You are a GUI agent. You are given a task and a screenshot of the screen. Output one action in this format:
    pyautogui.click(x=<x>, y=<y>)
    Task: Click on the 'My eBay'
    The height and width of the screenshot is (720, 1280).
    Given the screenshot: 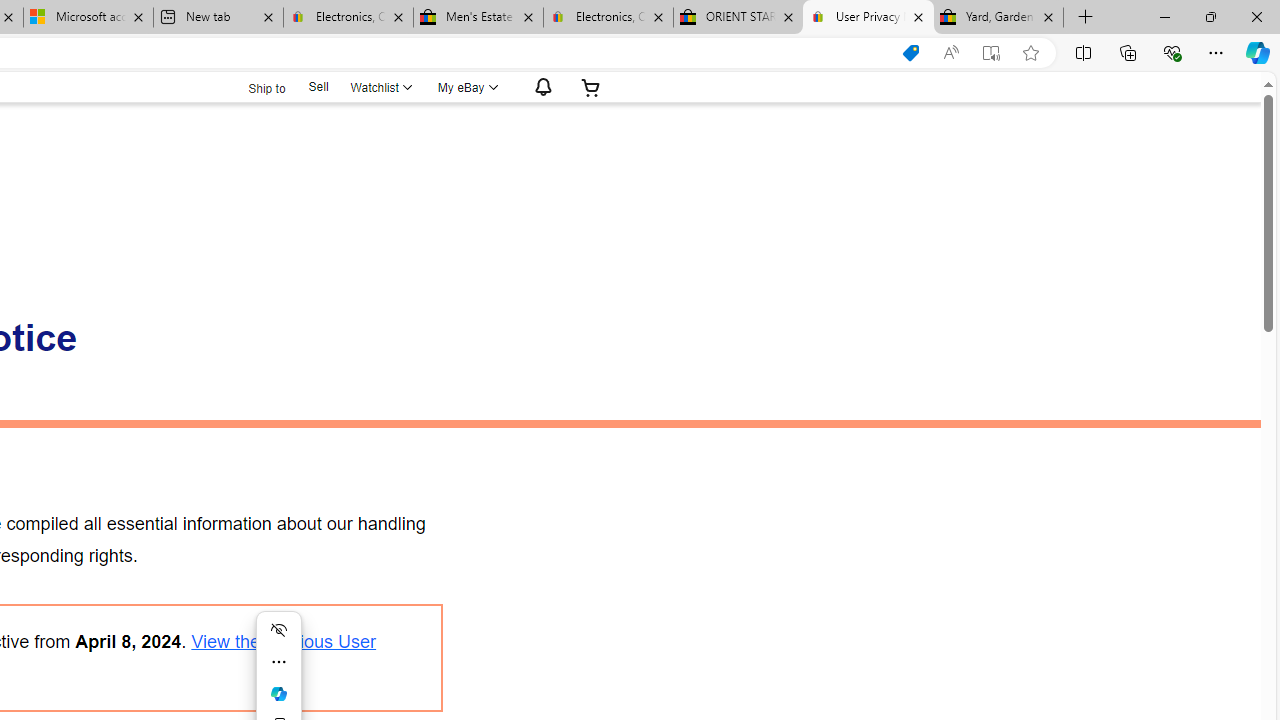 What is the action you would take?
    pyautogui.click(x=465, y=86)
    